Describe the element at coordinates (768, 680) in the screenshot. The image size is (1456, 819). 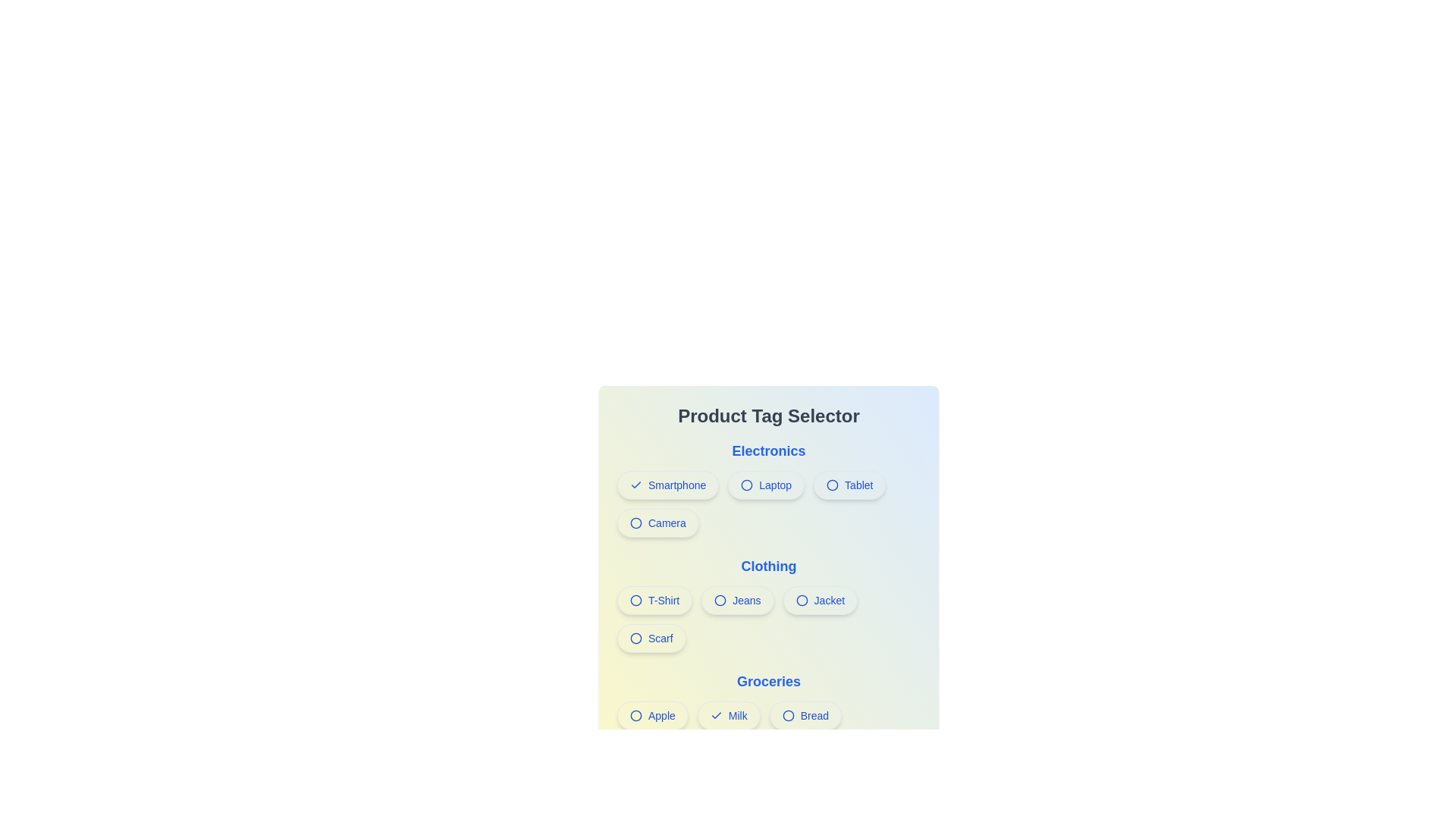
I see `the label indicating the 'Groceries' section, which is positioned under the 'Clothing' section and serves as a section title for related grocery items` at that location.